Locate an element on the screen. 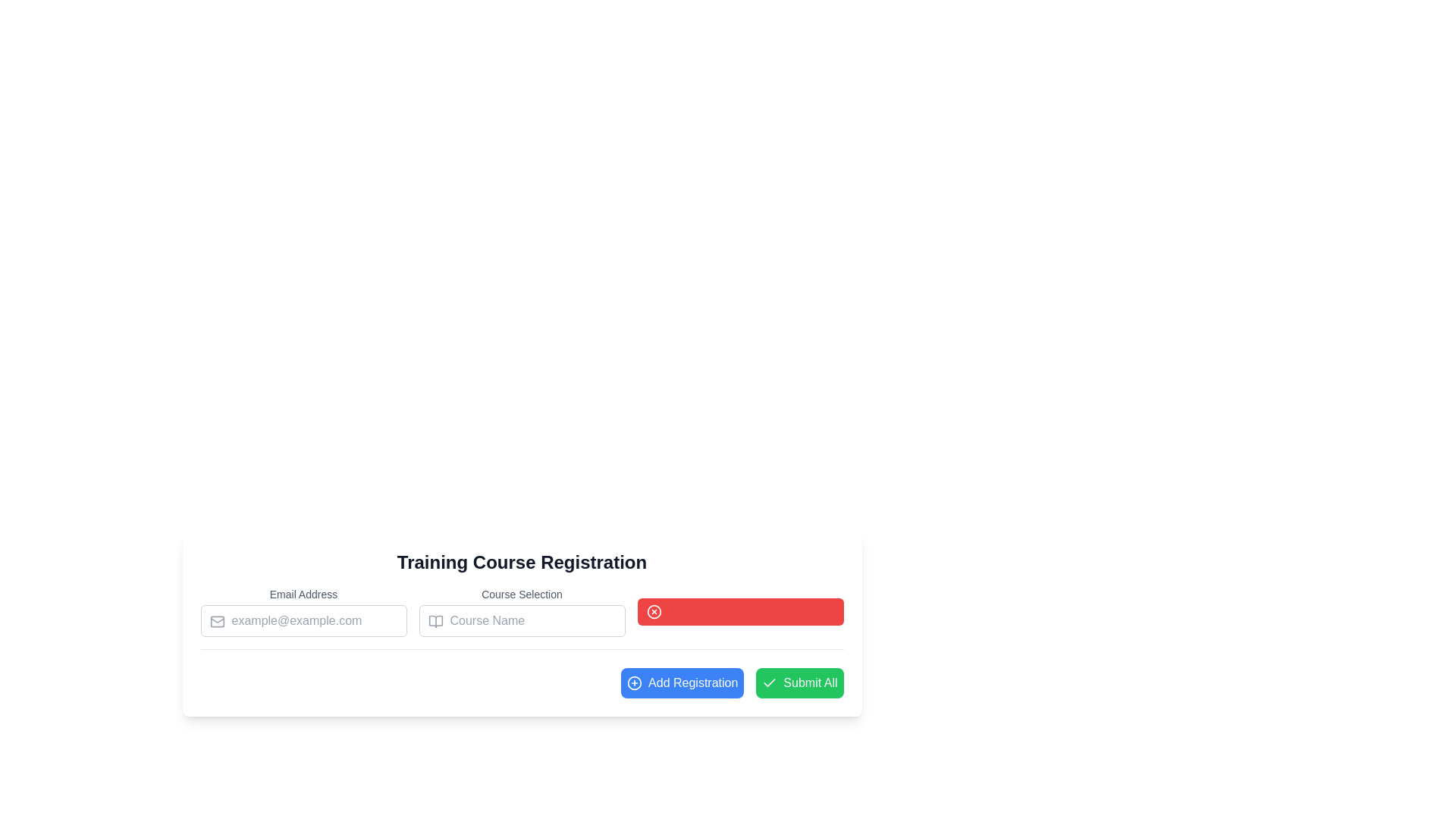  the structured form group containing the input fields for 'Email Address' and 'Course Selection' is located at coordinates (522, 618).